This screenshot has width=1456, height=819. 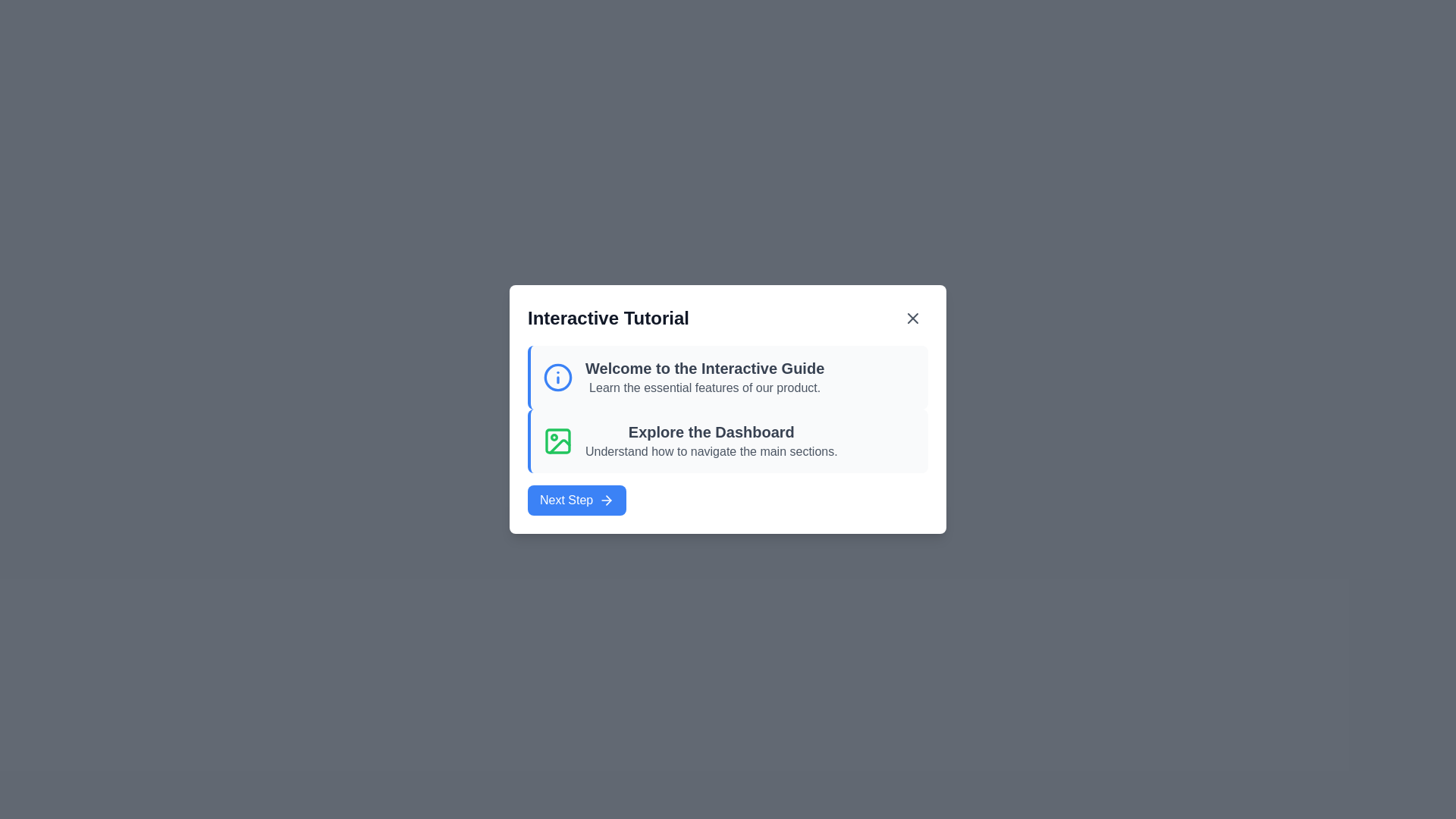 I want to click on the non-interactive text label displaying 'Learn the essential features of our product.' located below the header 'Welcome to the Interactive Guide.', so click(x=704, y=388).